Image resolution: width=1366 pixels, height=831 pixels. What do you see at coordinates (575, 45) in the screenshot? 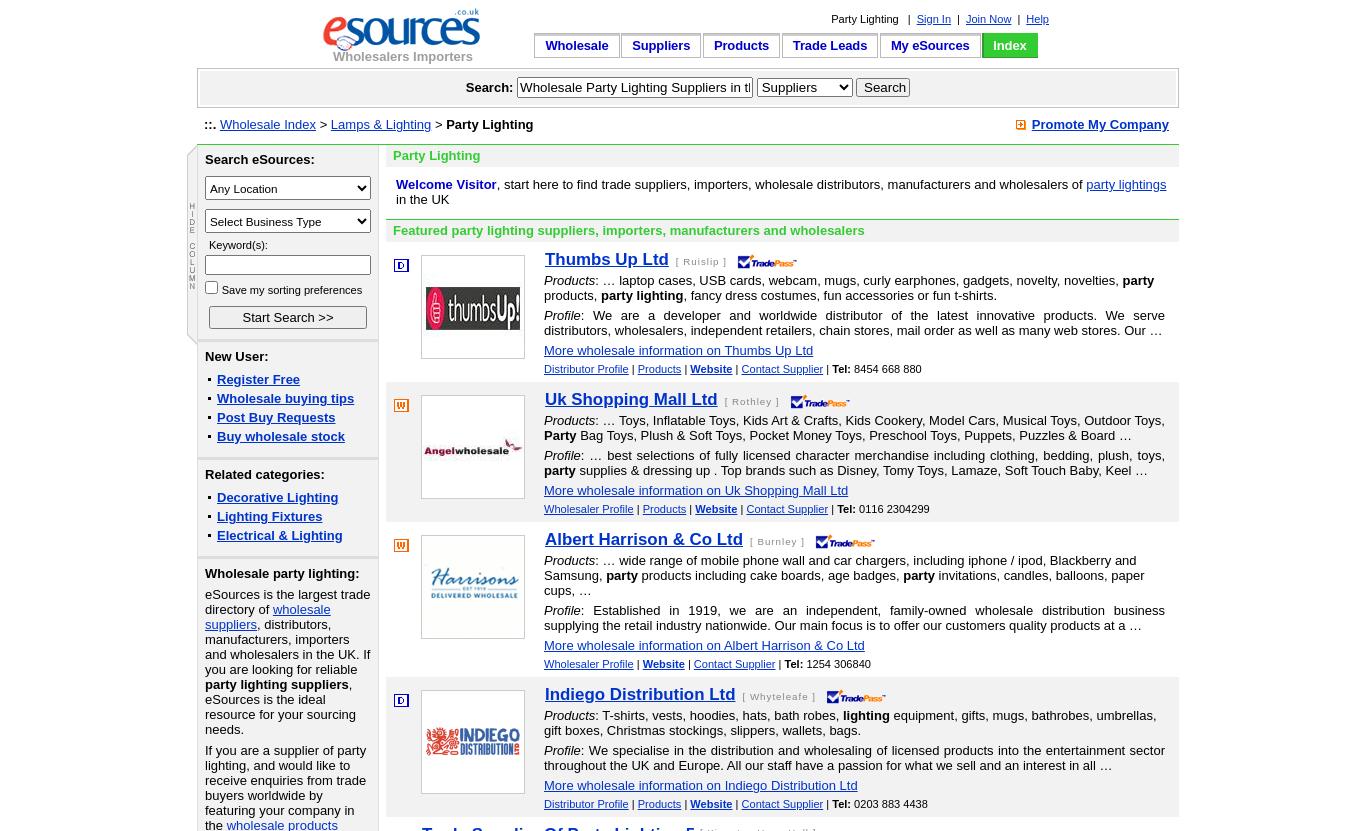
I see `'Wholesale'` at bounding box center [575, 45].